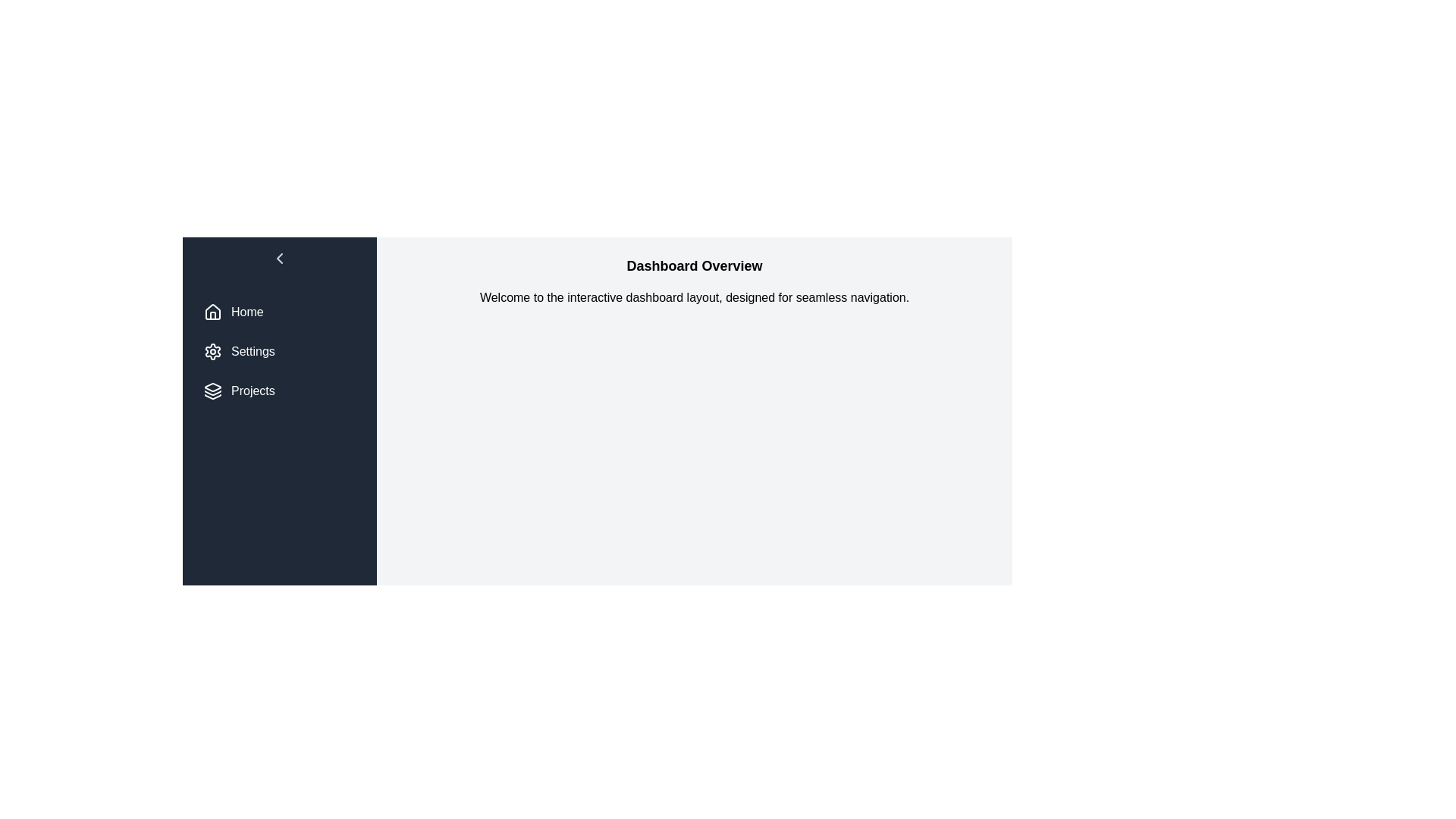  What do you see at coordinates (694, 265) in the screenshot?
I see `text of the title label located at the top center of the section, which helps users identify their current location in the interface` at bounding box center [694, 265].